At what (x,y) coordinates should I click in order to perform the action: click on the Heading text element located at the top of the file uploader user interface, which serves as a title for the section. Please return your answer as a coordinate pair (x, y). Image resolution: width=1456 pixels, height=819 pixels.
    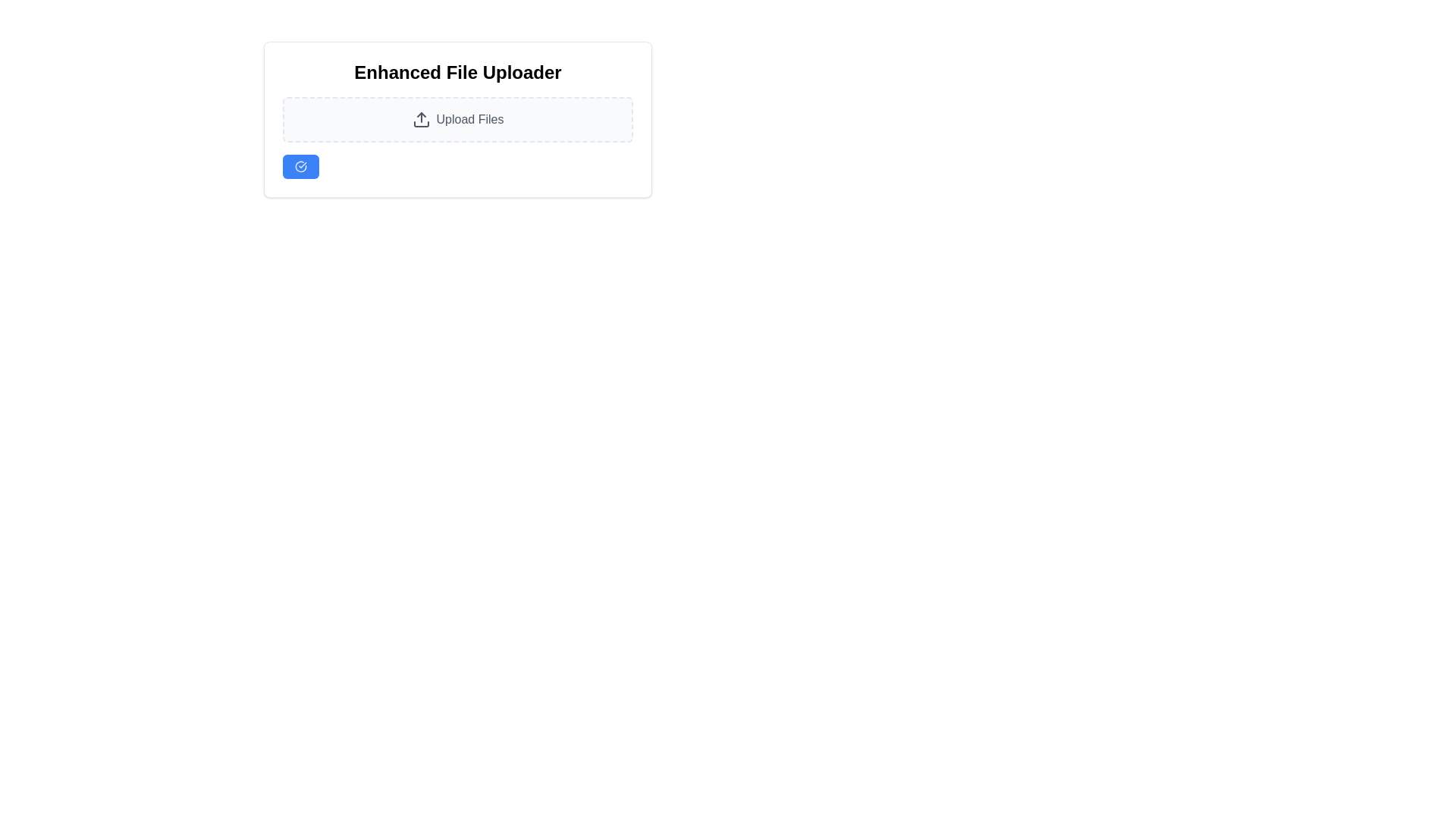
    Looking at the image, I should click on (457, 73).